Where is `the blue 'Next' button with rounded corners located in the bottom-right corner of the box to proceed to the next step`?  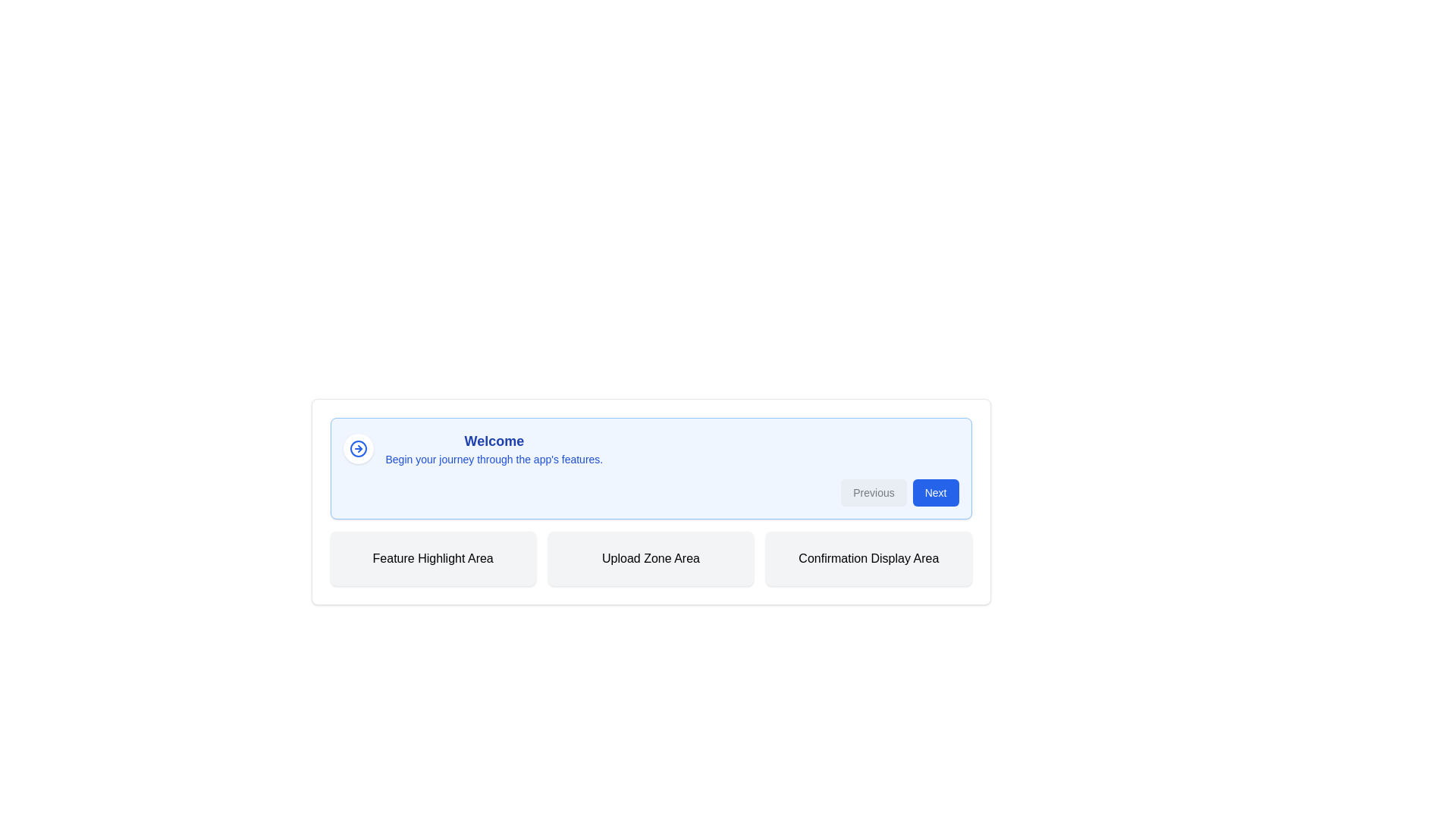
the blue 'Next' button with rounded corners located in the bottom-right corner of the box to proceed to the next step is located at coordinates (935, 493).